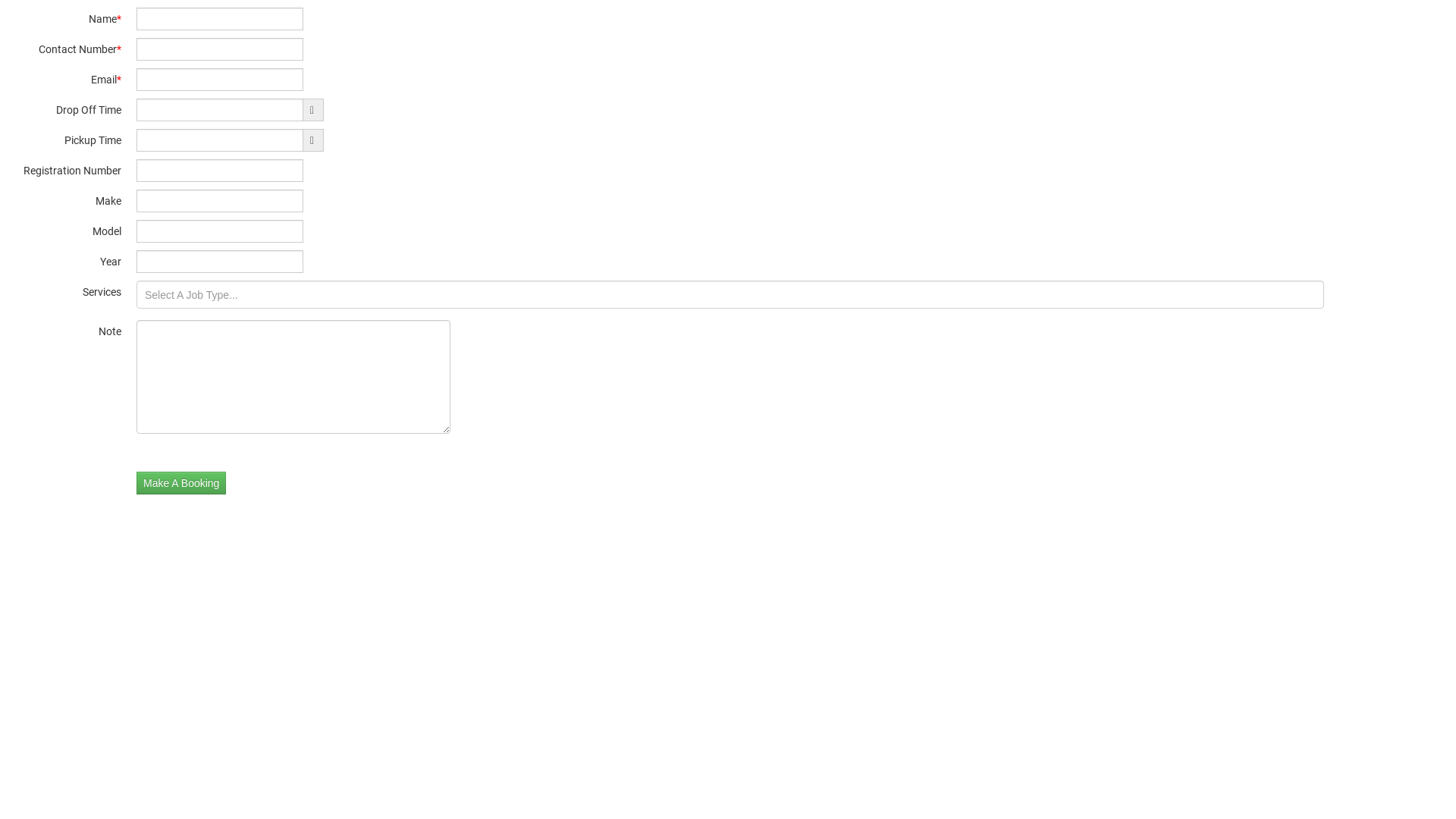 This screenshot has width=1456, height=819. Describe the element at coordinates (181, 482) in the screenshot. I see `'Make A Booking'` at that location.